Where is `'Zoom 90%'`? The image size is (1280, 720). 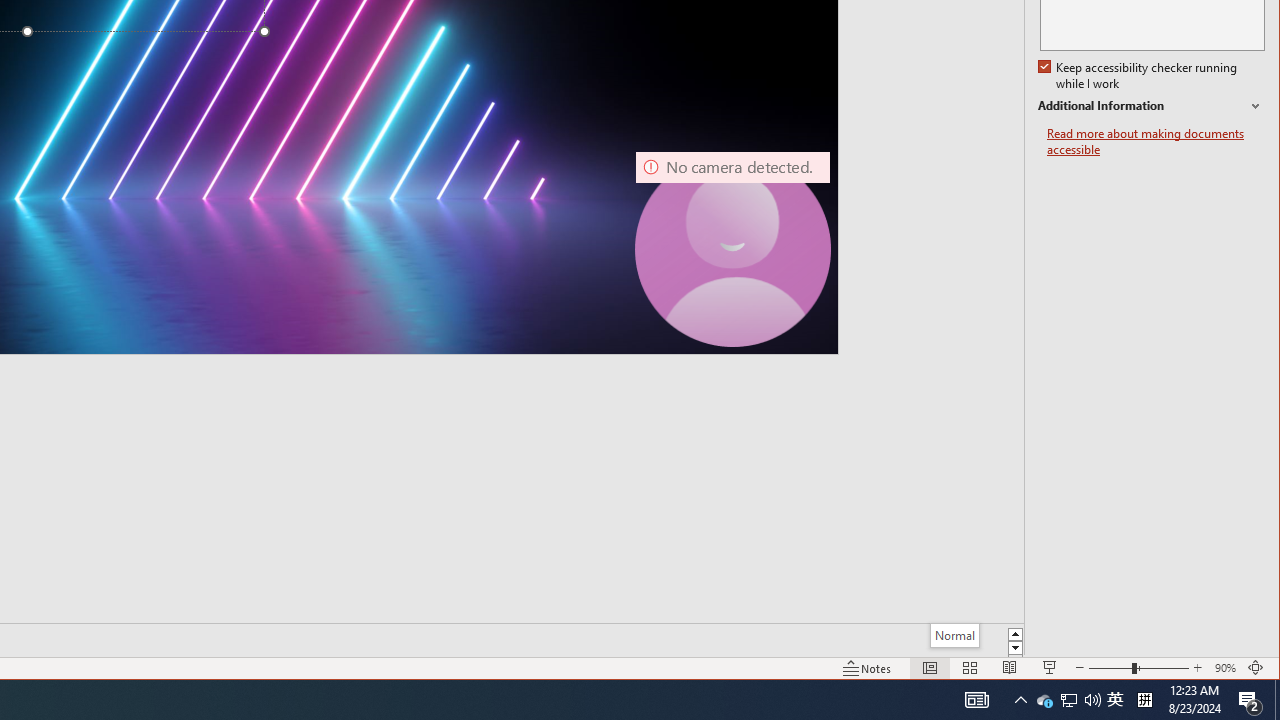 'Zoom 90%' is located at coordinates (1224, 668).